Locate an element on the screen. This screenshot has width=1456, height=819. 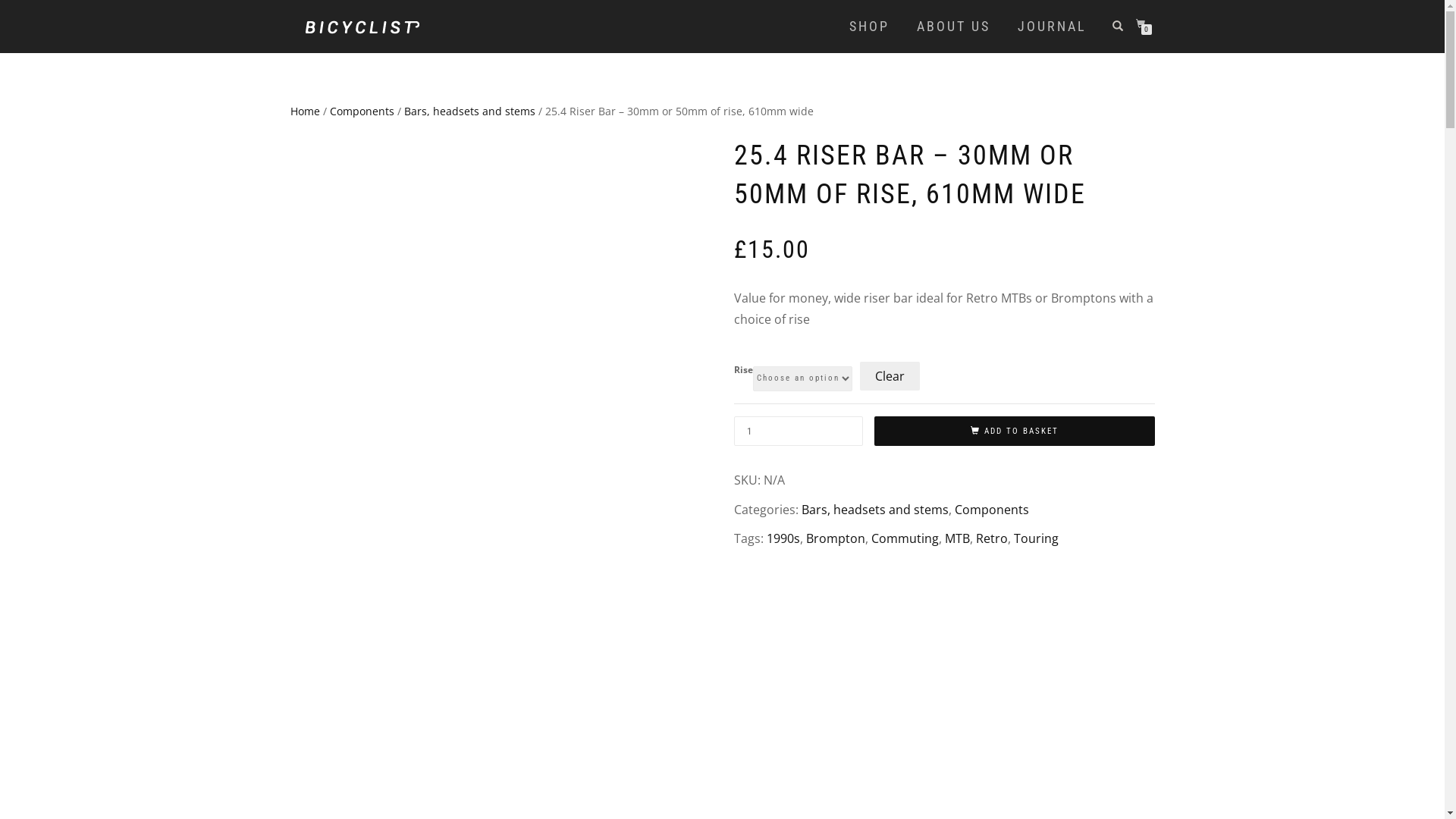
'JOURNAL' is located at coordinates (1050, 26).